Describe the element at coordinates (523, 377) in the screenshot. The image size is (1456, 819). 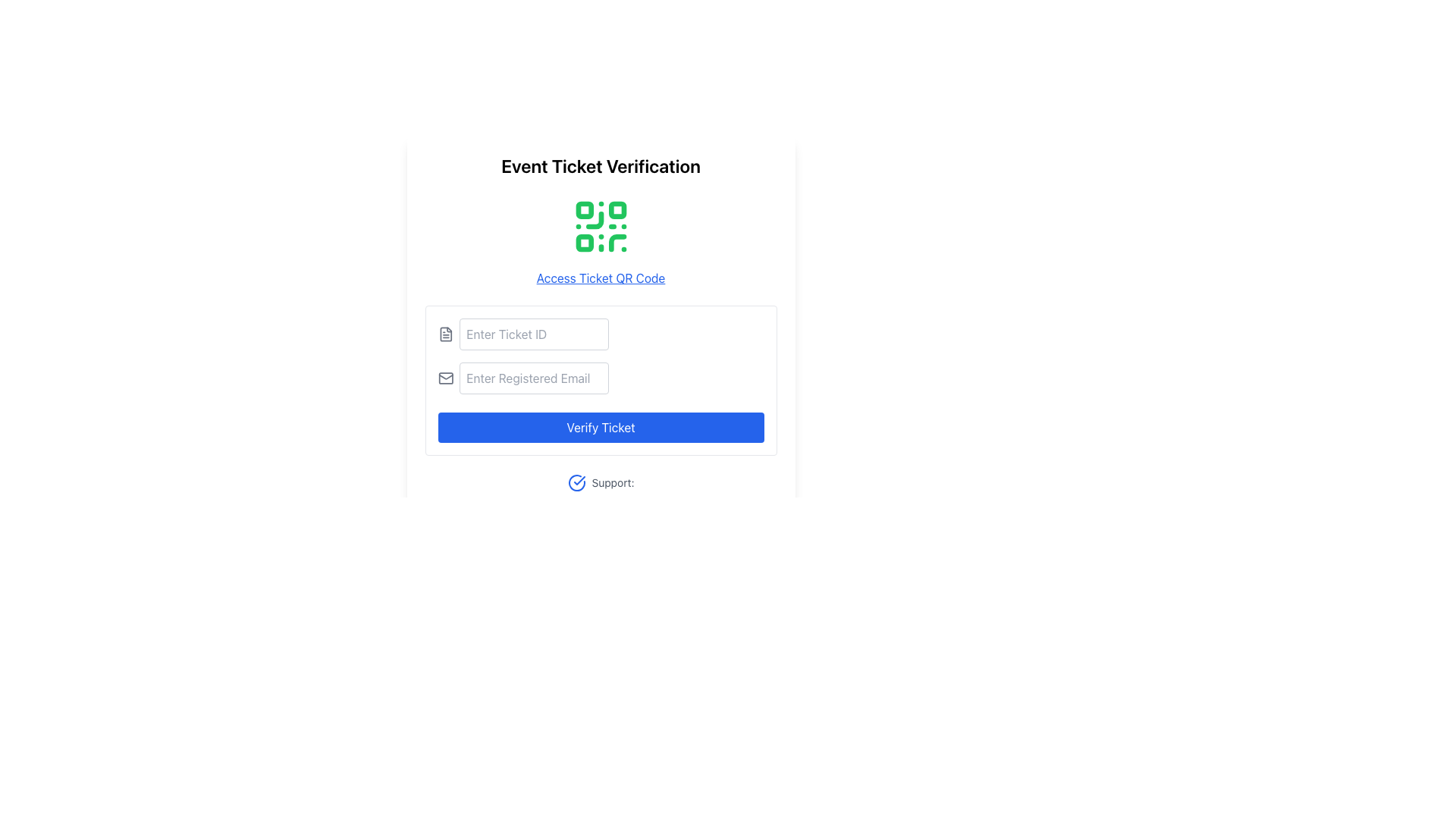
I see `the Text Input (Email) field` at that location.